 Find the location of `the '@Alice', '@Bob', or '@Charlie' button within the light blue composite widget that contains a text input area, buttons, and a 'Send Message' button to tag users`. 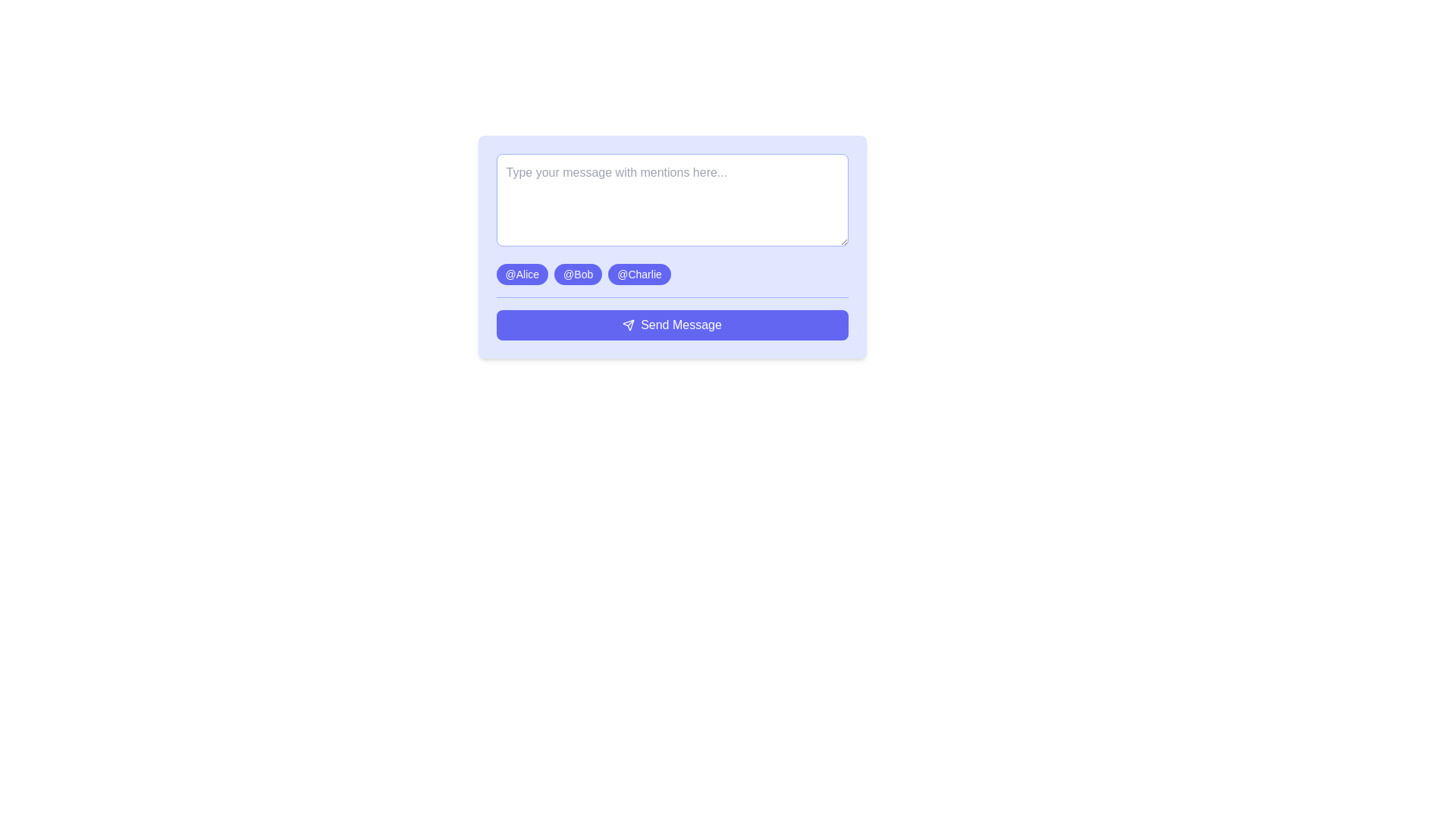

the '@Alice', '@Bob', or '@Charlie' button within the light blue composite widget that contains a text input area, buttons, and a 'Send Message' button to tag users is located at coordinates (671, 246).